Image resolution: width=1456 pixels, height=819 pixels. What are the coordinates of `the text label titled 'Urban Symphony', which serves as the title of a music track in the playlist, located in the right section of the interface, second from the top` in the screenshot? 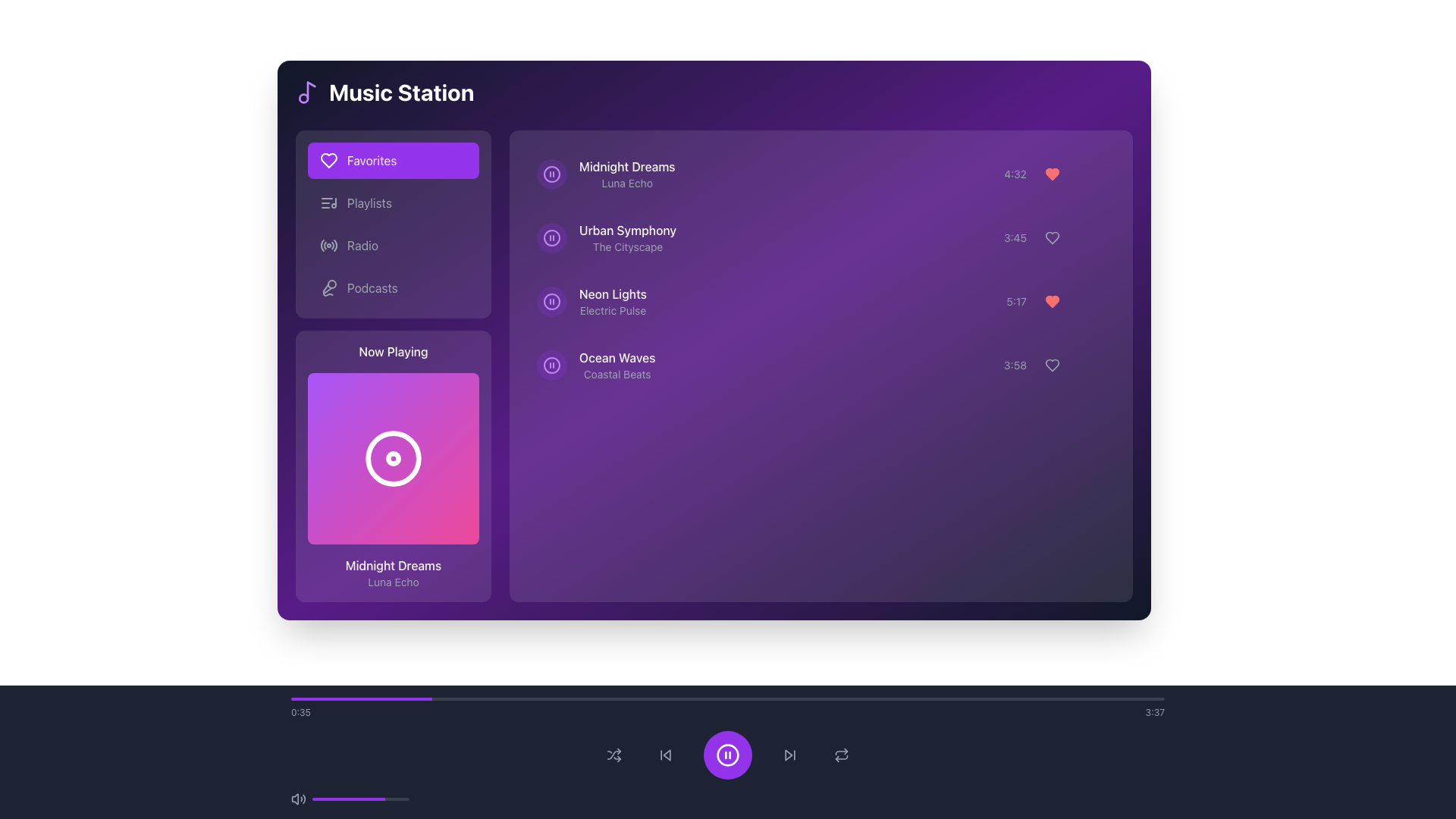 It's located at (628, 231).